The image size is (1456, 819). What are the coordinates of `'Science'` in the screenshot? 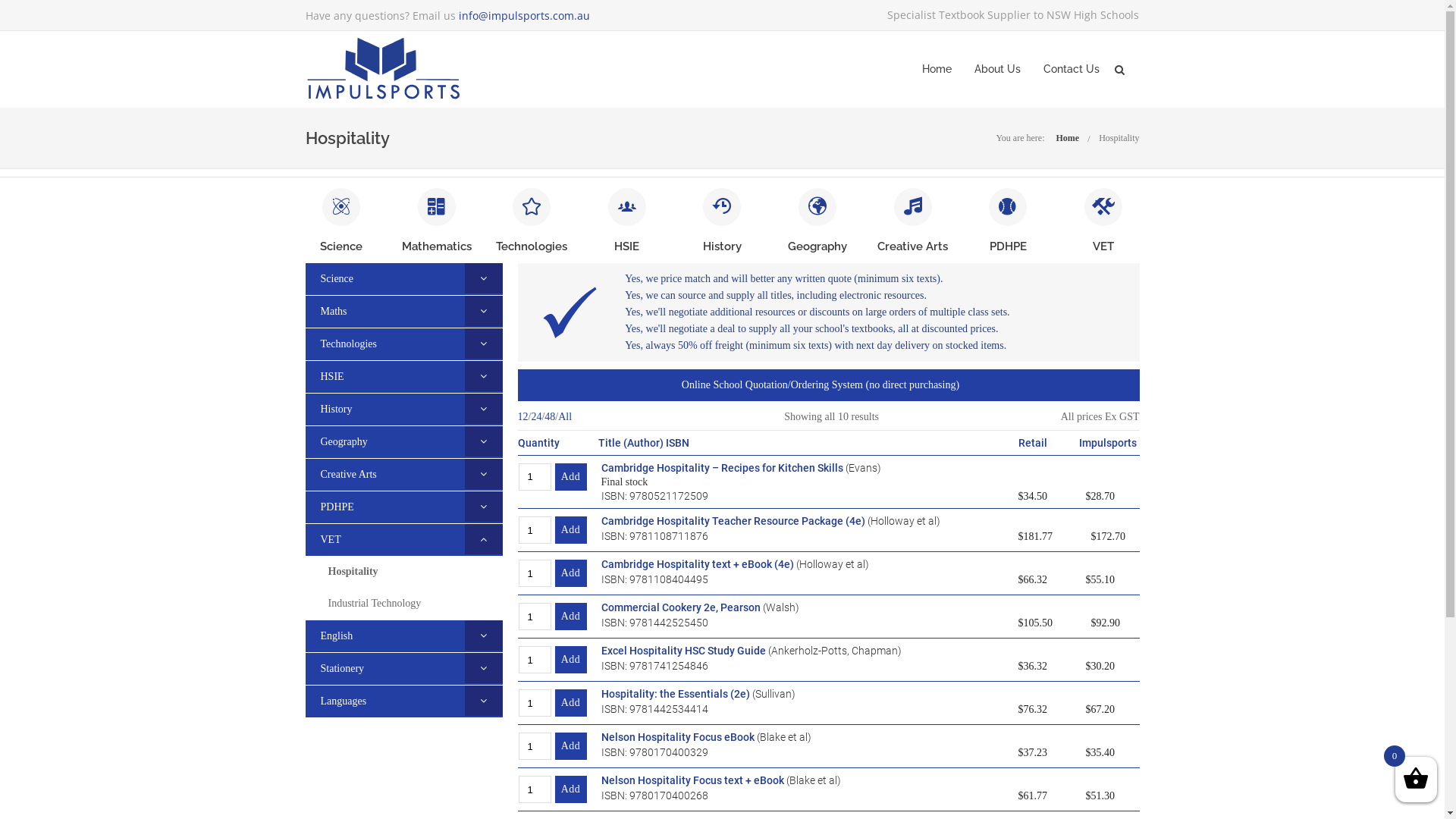 It's located at (340, 245).